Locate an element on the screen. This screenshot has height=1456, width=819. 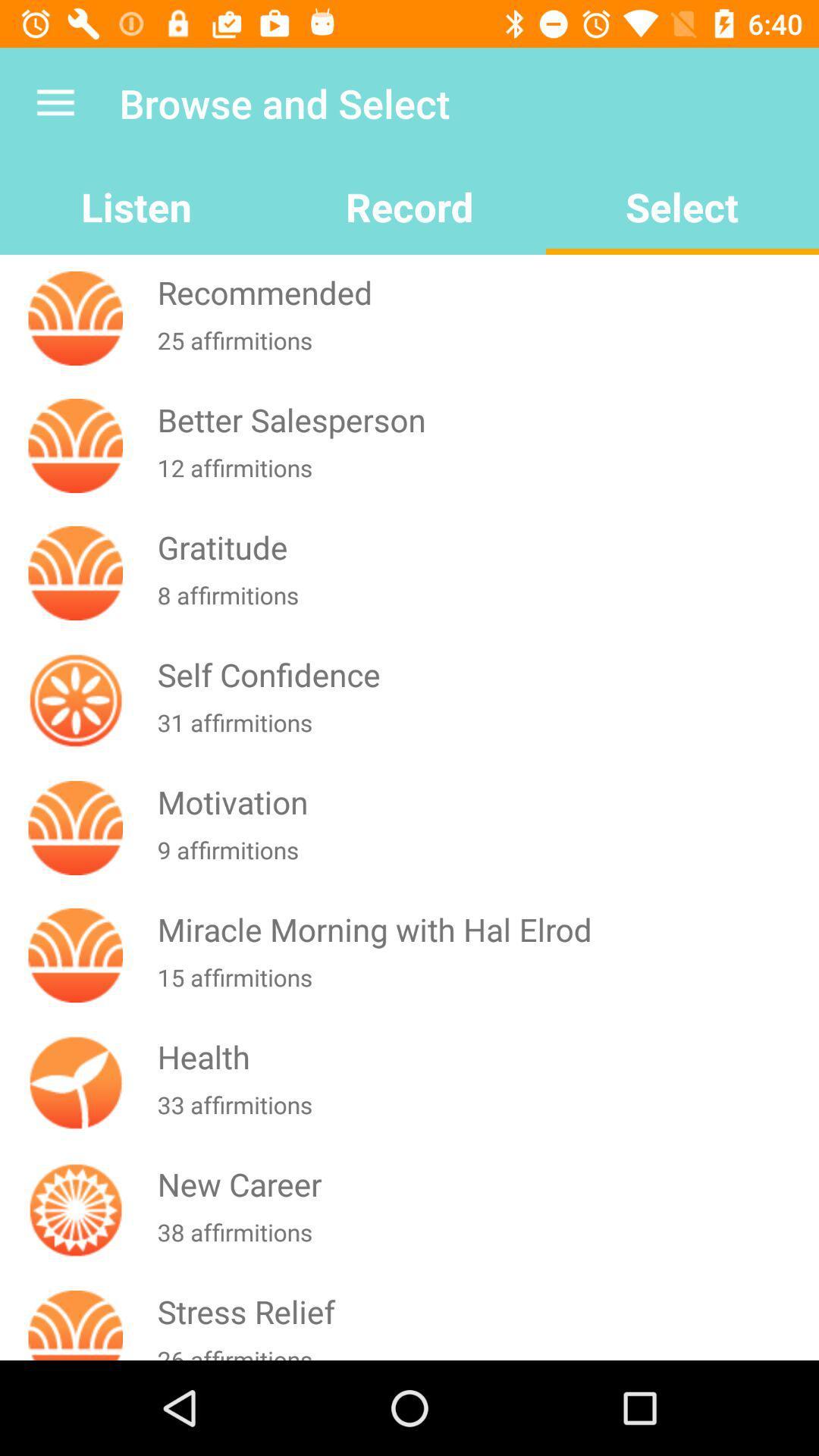
the 15 affirmitions is located at coordinates (485, 987).